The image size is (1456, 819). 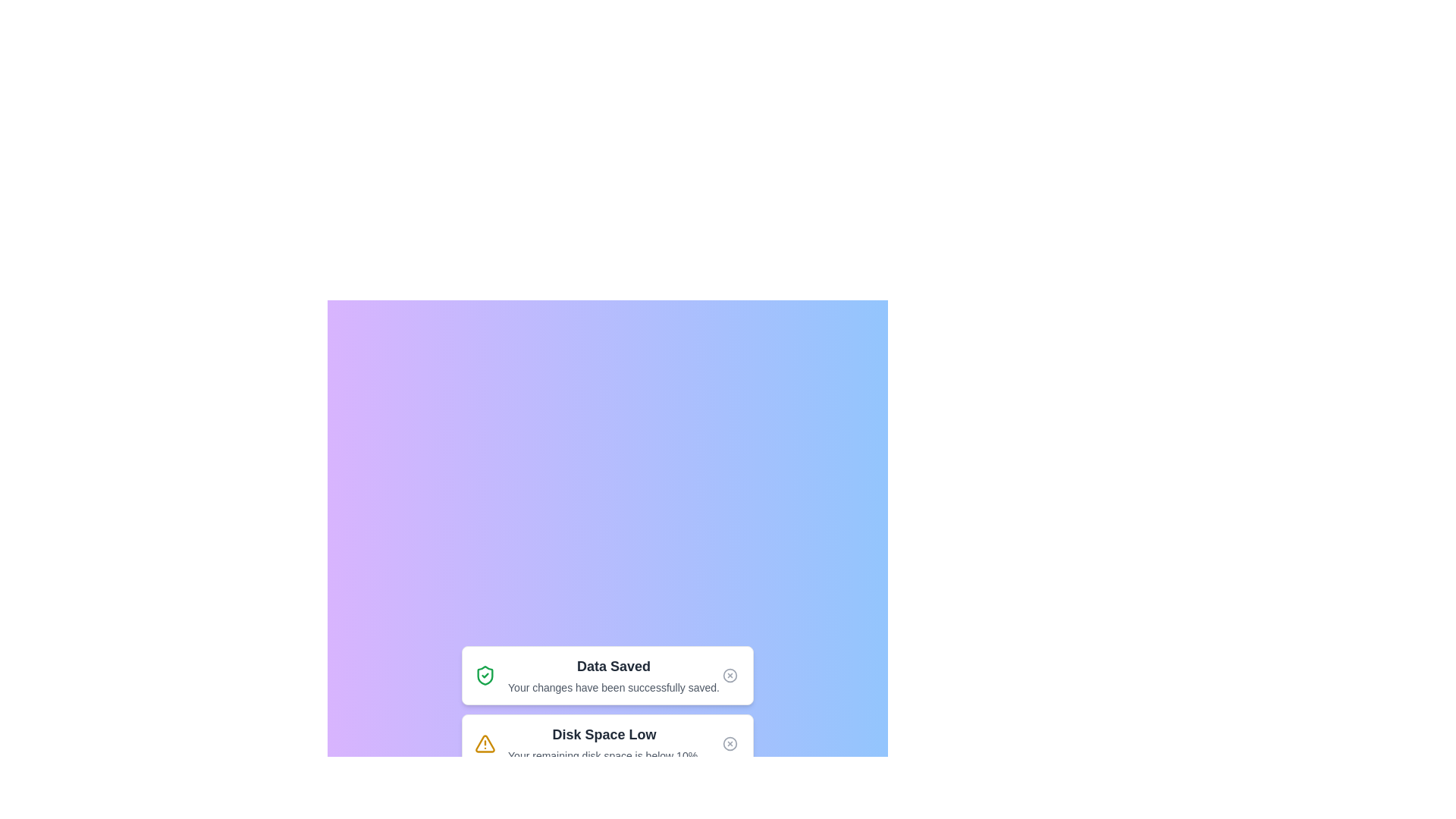 I want to click on dismiss button for the notification titled 'Data Saved', so click(x=730, y=675).